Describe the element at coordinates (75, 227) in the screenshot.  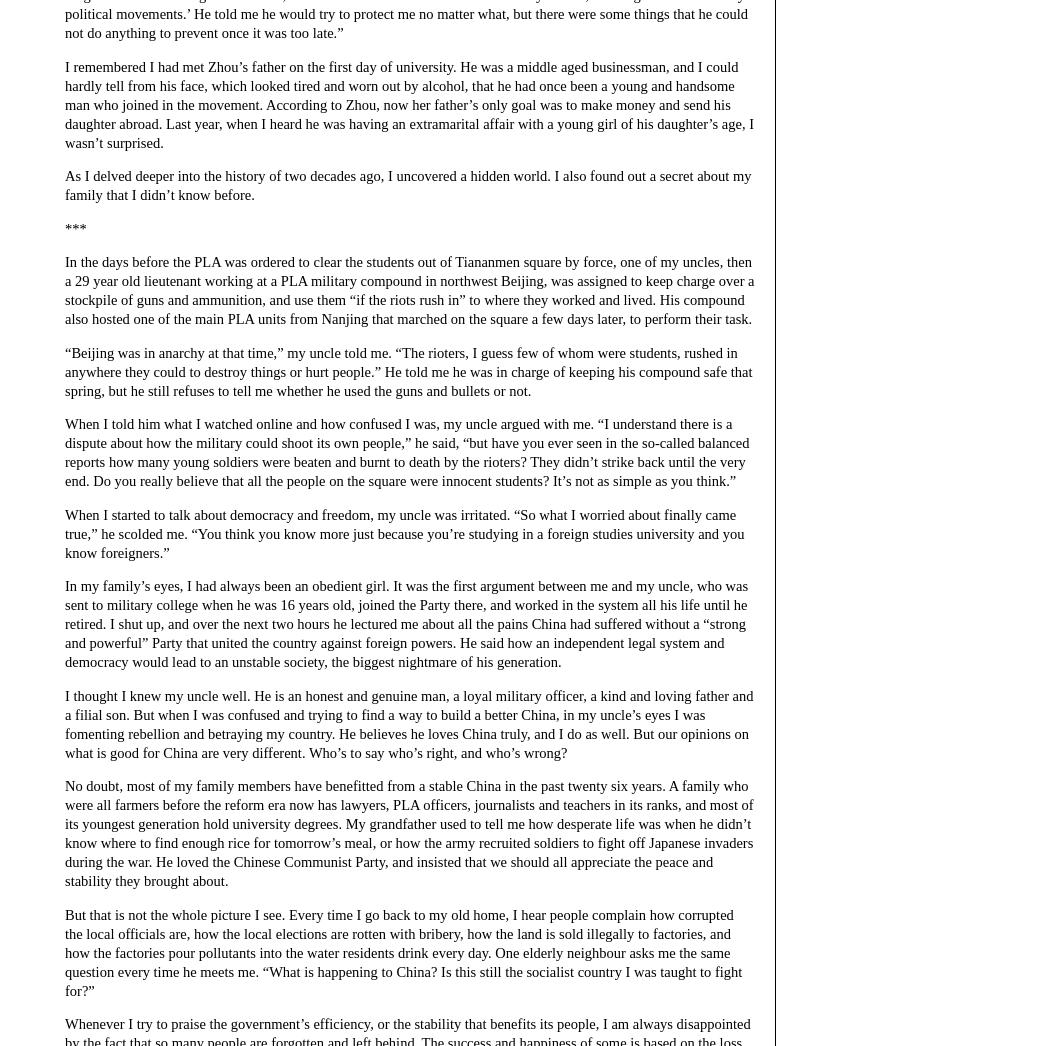
I see `'***'` at that location.